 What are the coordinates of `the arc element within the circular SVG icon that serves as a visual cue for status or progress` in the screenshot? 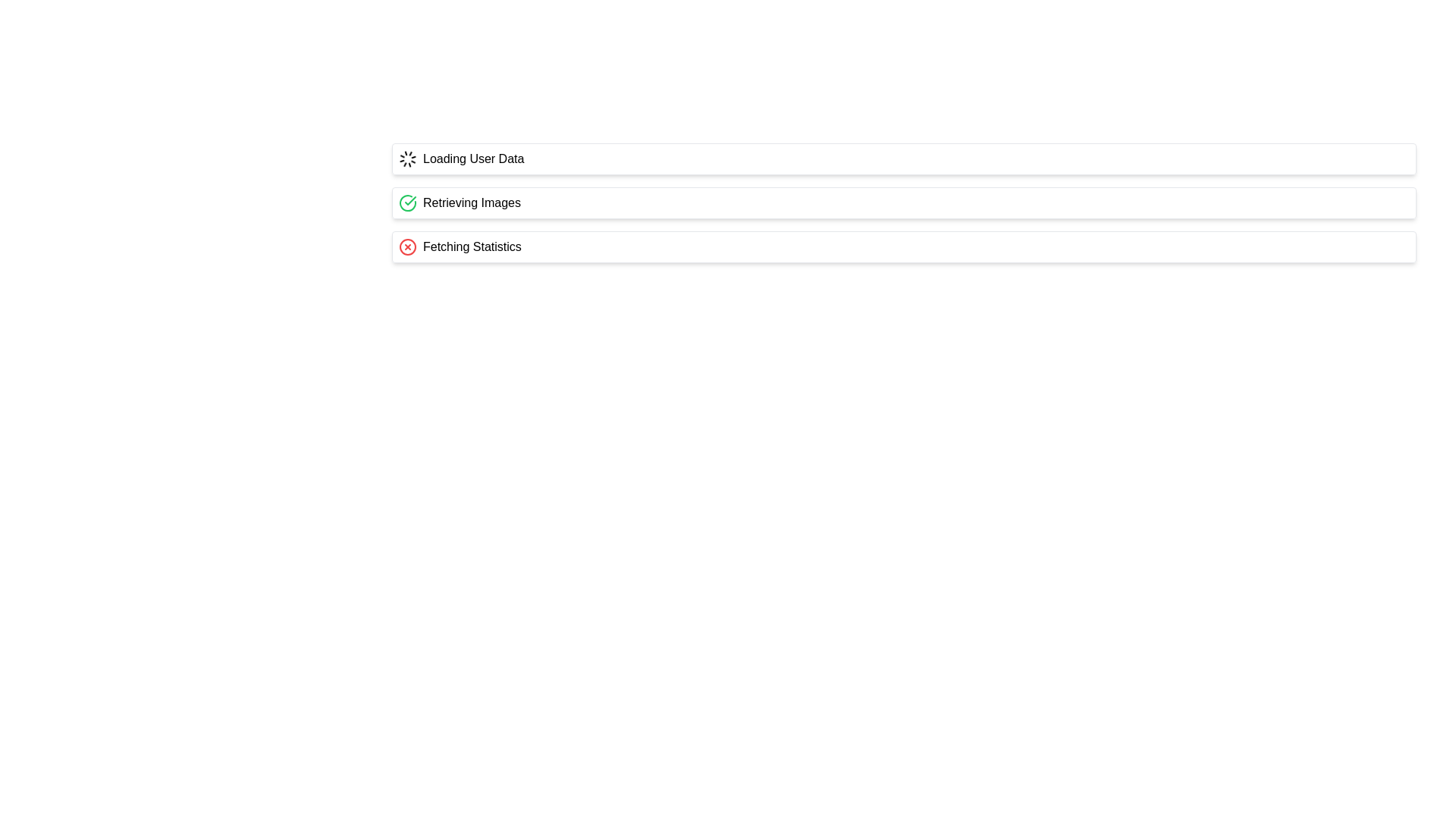 It's located at (407, 202).